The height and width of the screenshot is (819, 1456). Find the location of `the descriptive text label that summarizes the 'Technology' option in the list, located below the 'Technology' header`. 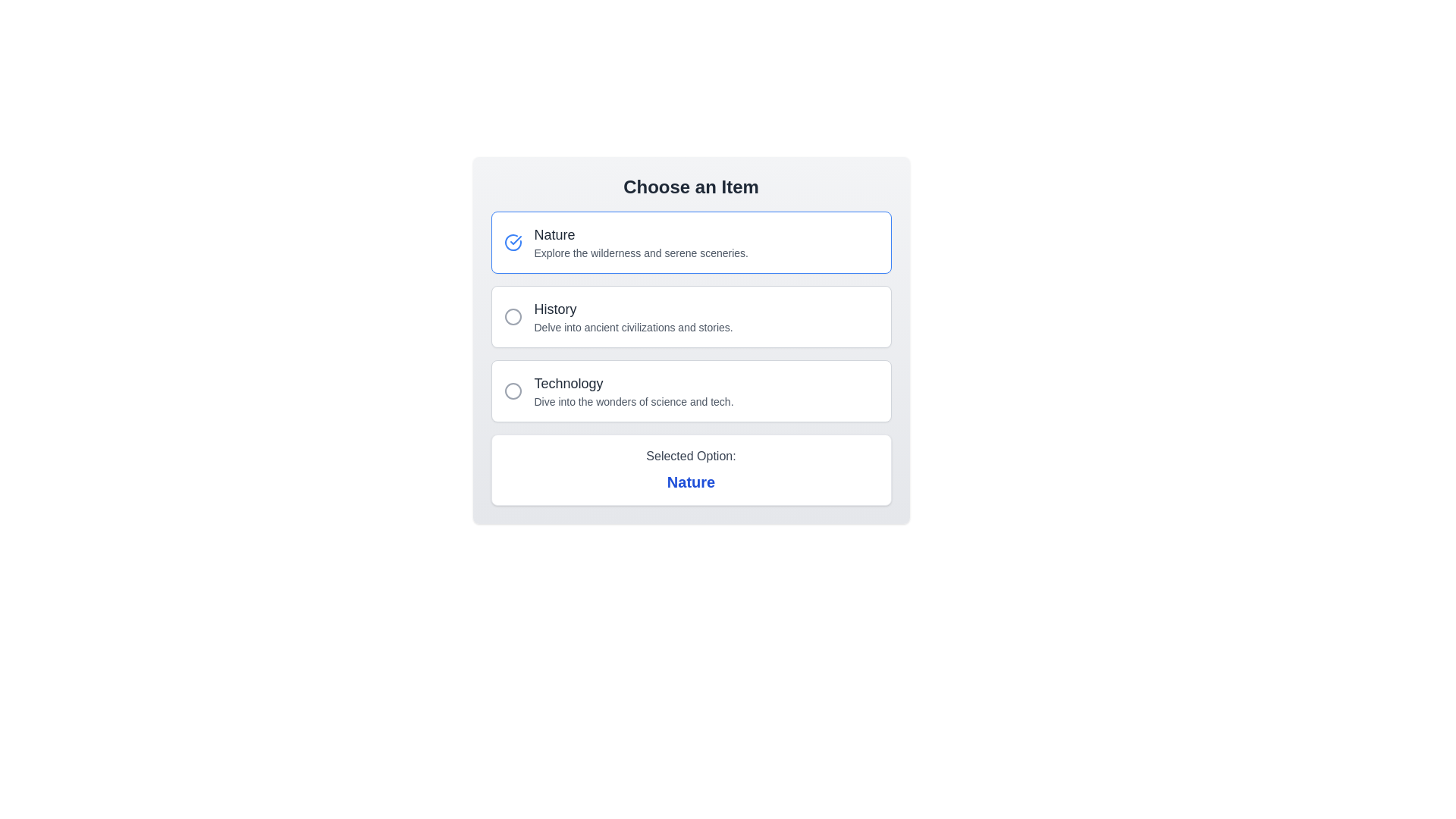

the descriptive text label that summarizes the 'Technology' option in the list, located below the 'Technology' header is located at coordinates (633, 400).